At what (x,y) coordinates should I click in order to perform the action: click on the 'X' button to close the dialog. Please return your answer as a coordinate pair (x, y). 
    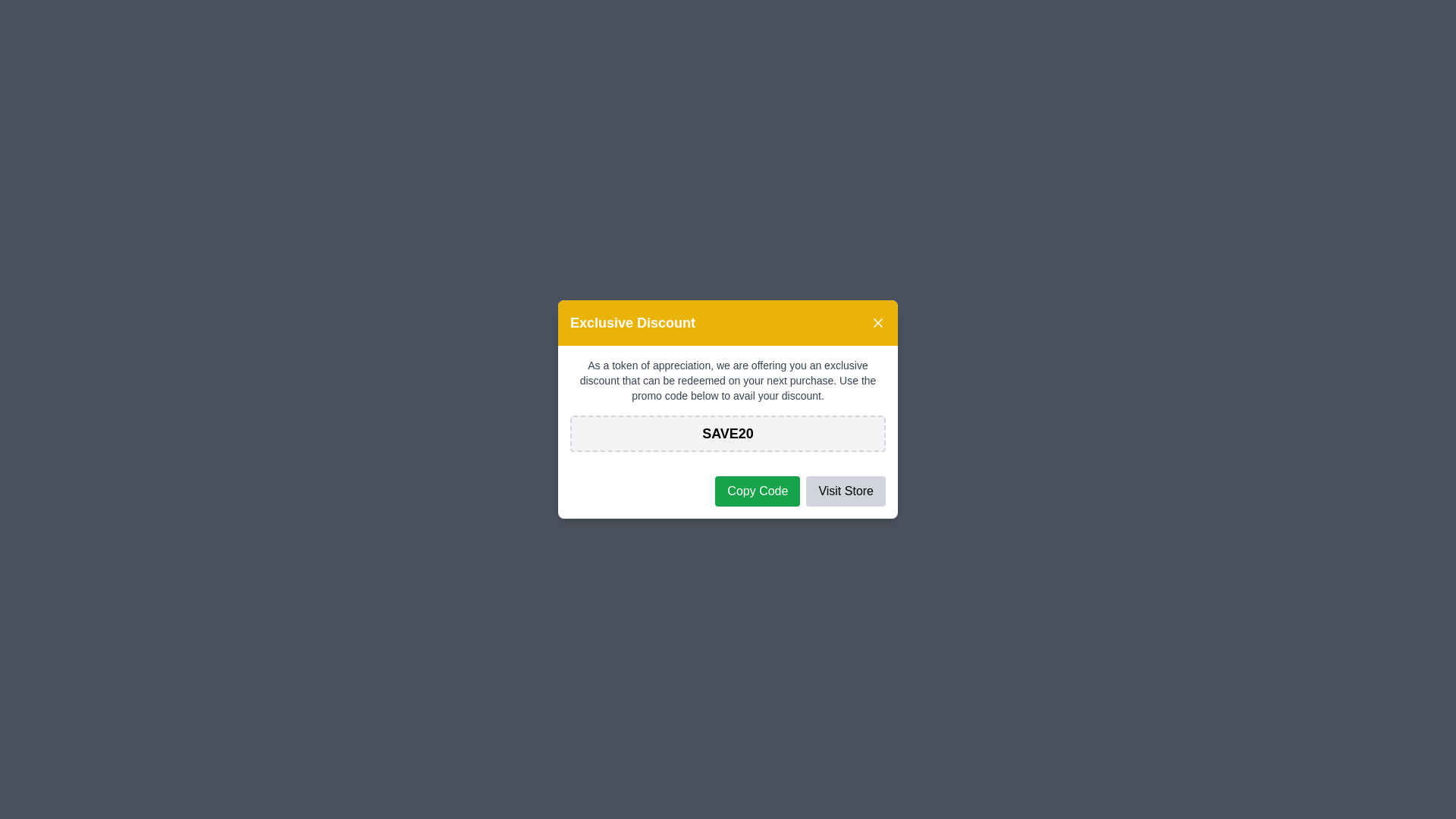
    Looking at the image, I should click on (877, 322).